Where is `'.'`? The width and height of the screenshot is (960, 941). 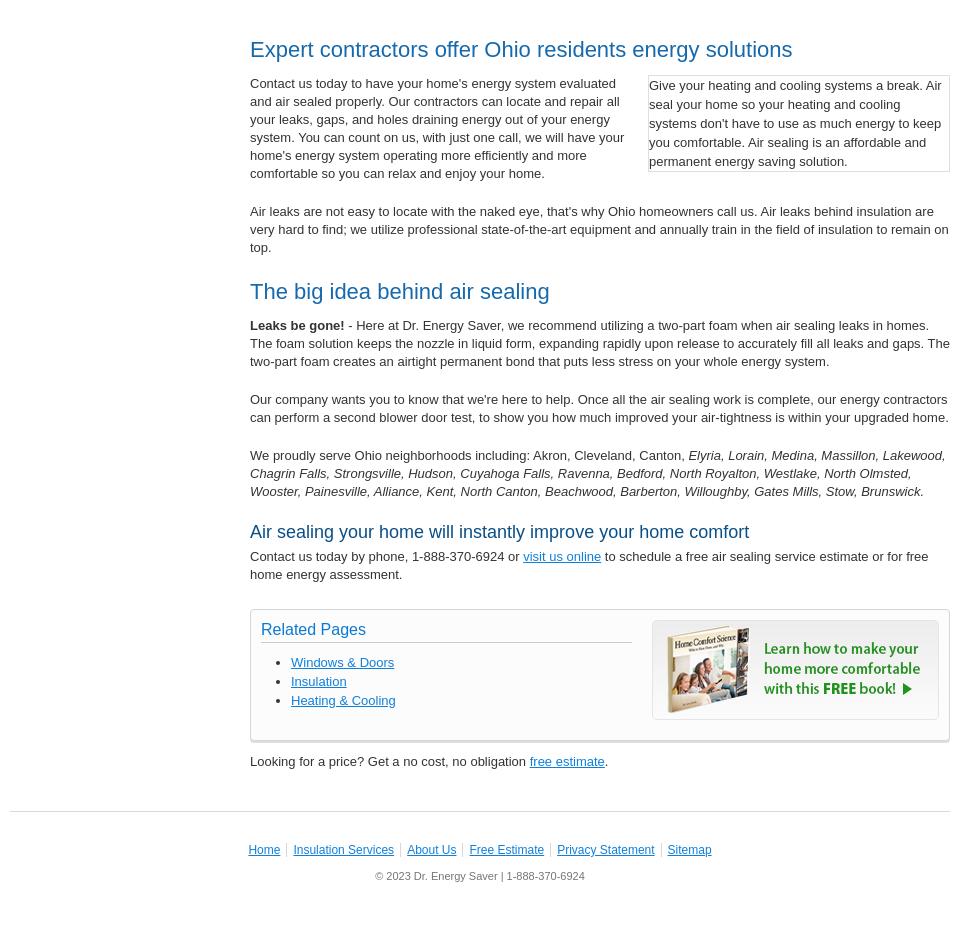
'.' is located at coordinates (604, 760).